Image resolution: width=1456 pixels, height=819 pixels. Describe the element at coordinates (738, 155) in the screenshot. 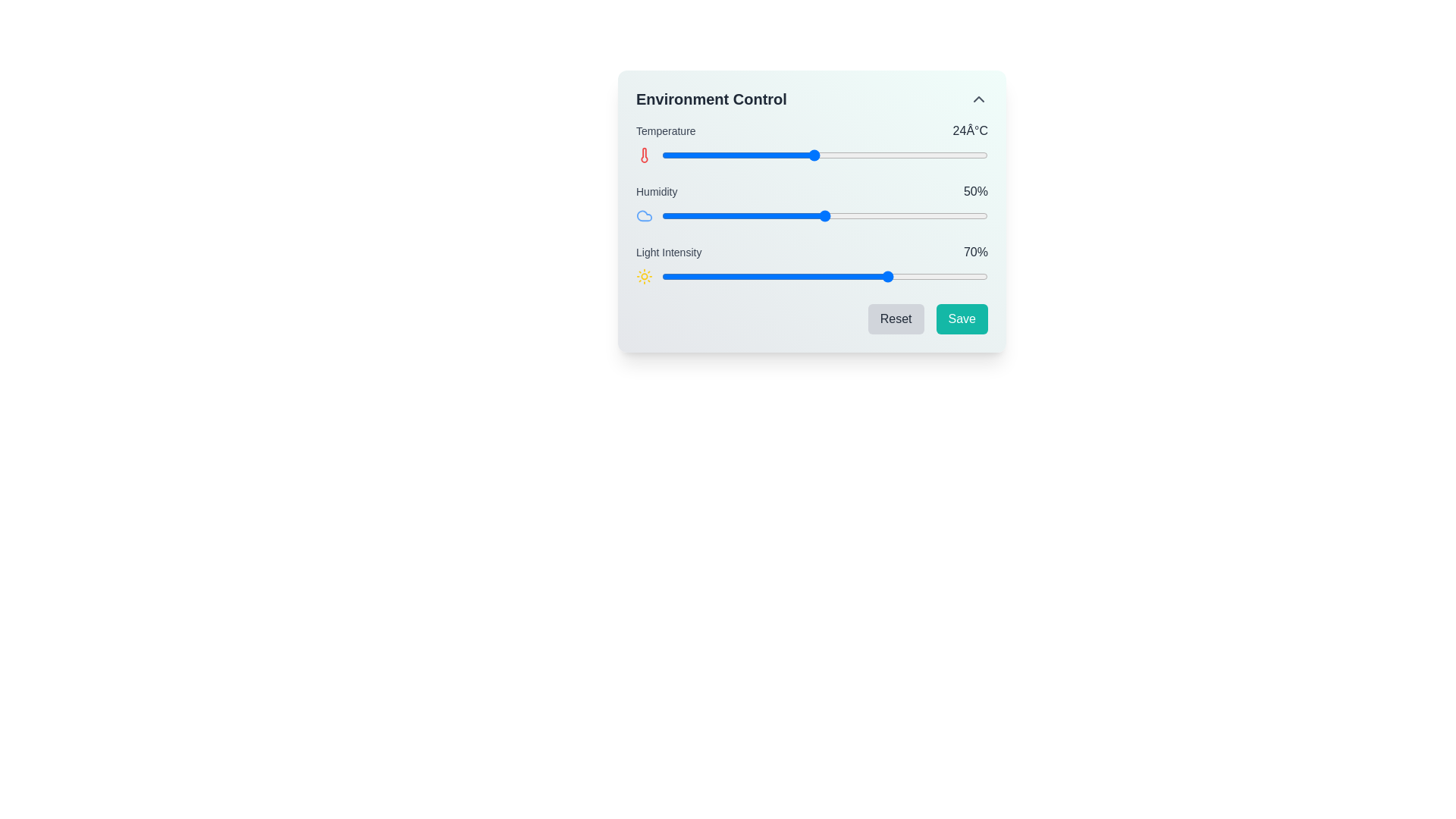

I see `temperature` at that location.